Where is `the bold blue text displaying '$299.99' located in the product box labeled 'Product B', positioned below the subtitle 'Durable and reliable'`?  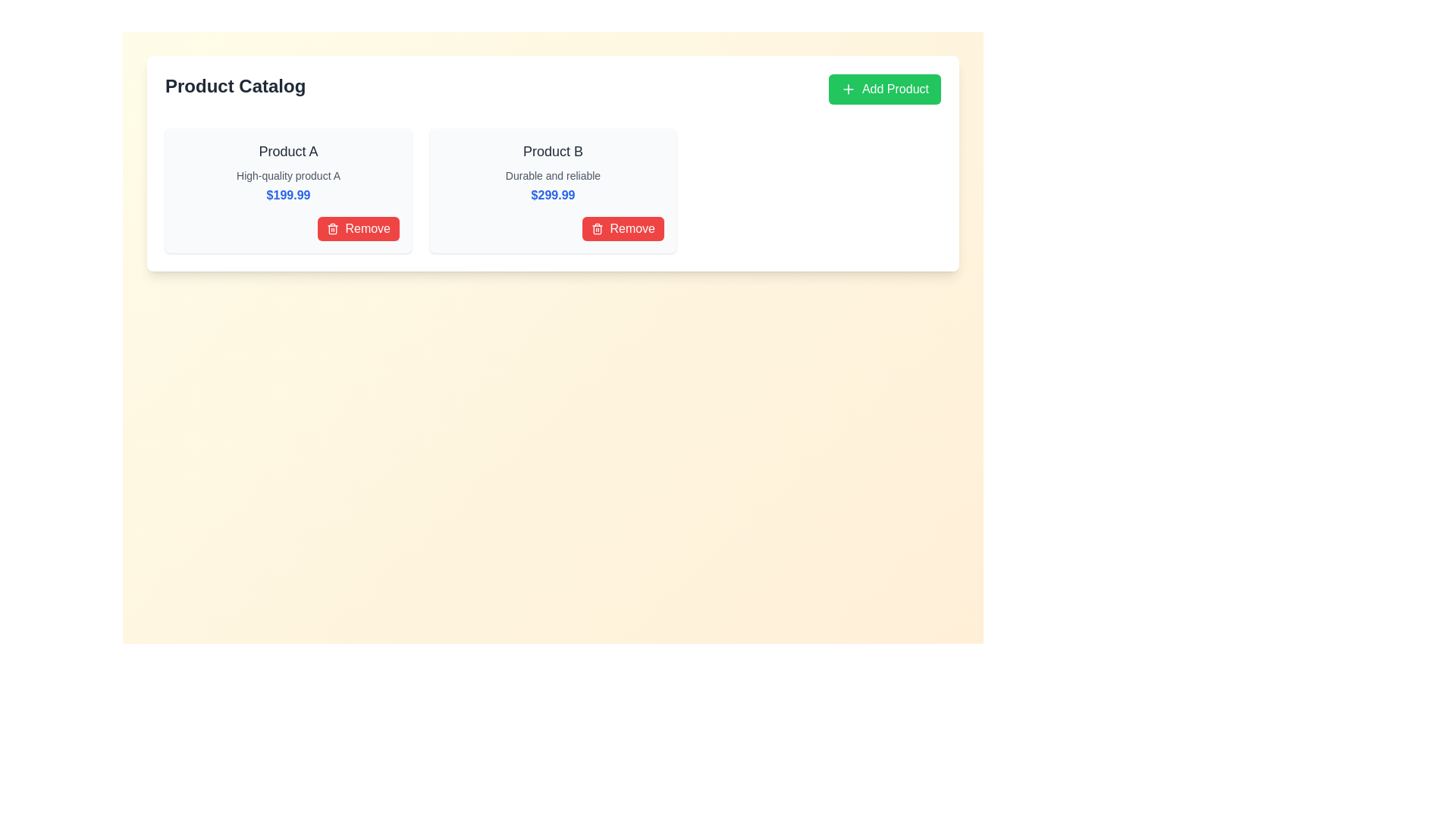
the bold blue text displaying '$299.99' located in the product box labeled 'Product B', positioned below the subtitle 'Durable and reliable' is located at coordinates (552, 195).